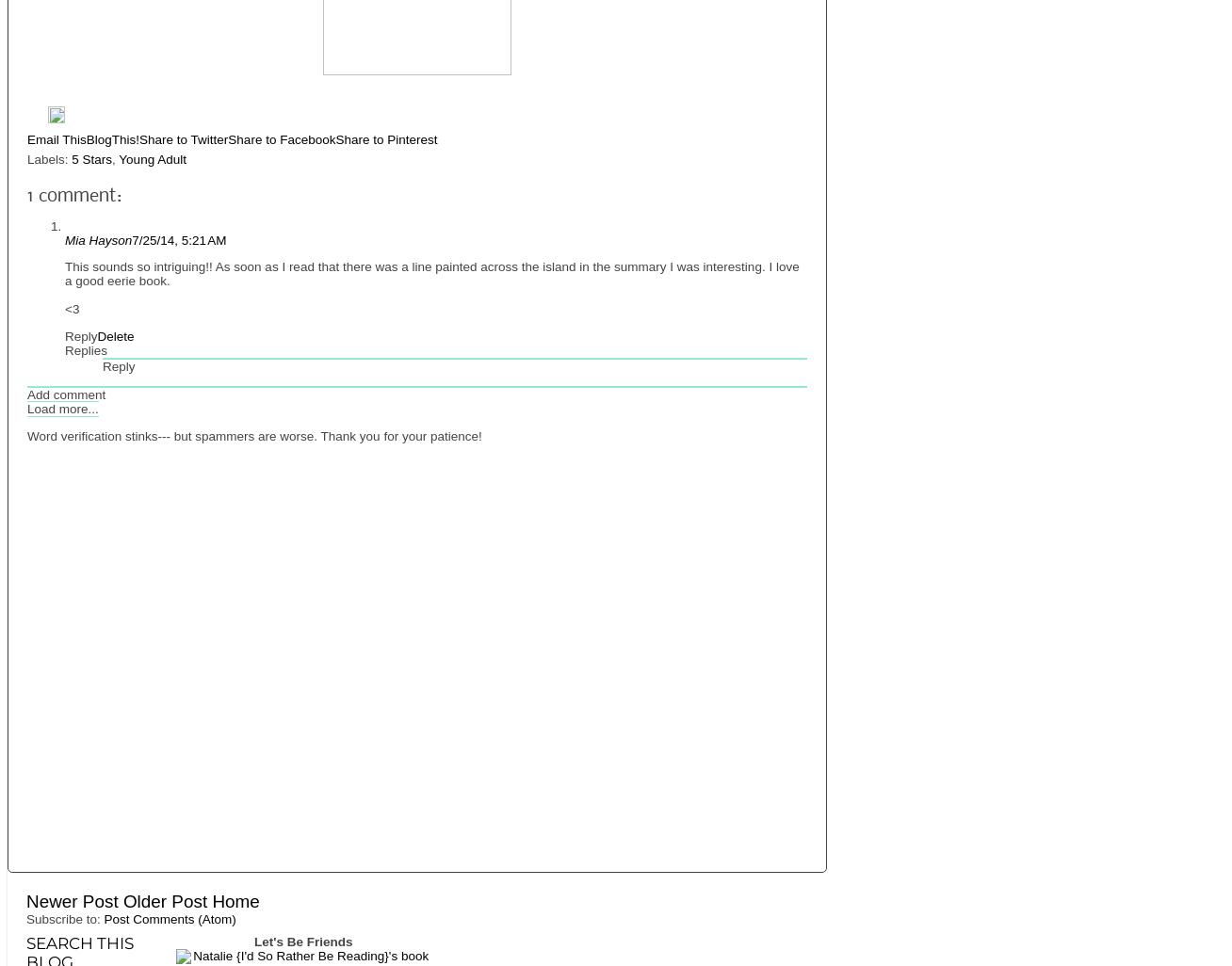 Image resolution: width=1232 pixels, height=966 pixels. Describe the element at coordinates (49, 158) in the screenshot. I see `'Labels:'` at that location.